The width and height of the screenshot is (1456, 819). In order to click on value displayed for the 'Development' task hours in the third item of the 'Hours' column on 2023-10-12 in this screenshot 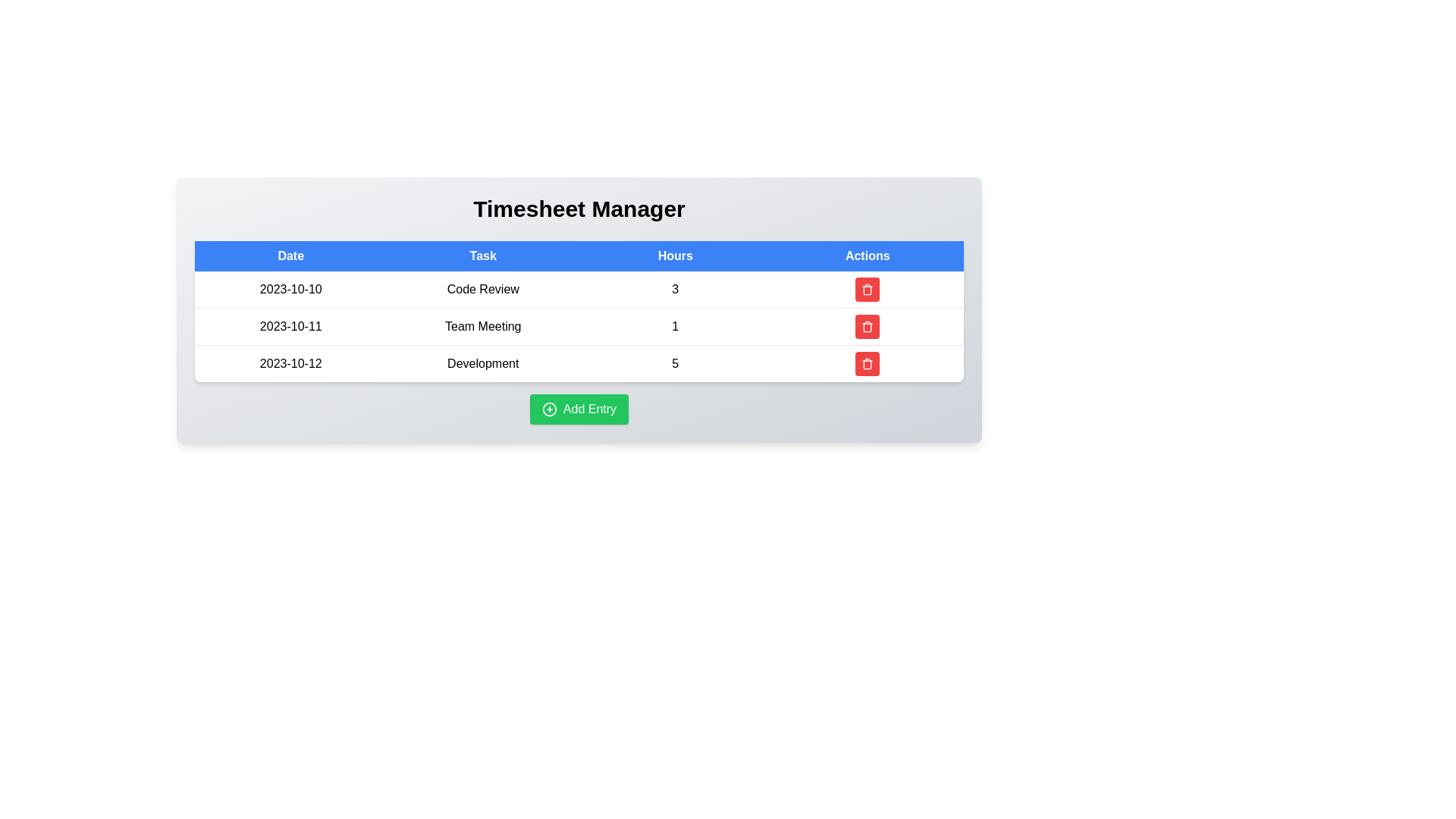, I will do `click(674, 363)`.